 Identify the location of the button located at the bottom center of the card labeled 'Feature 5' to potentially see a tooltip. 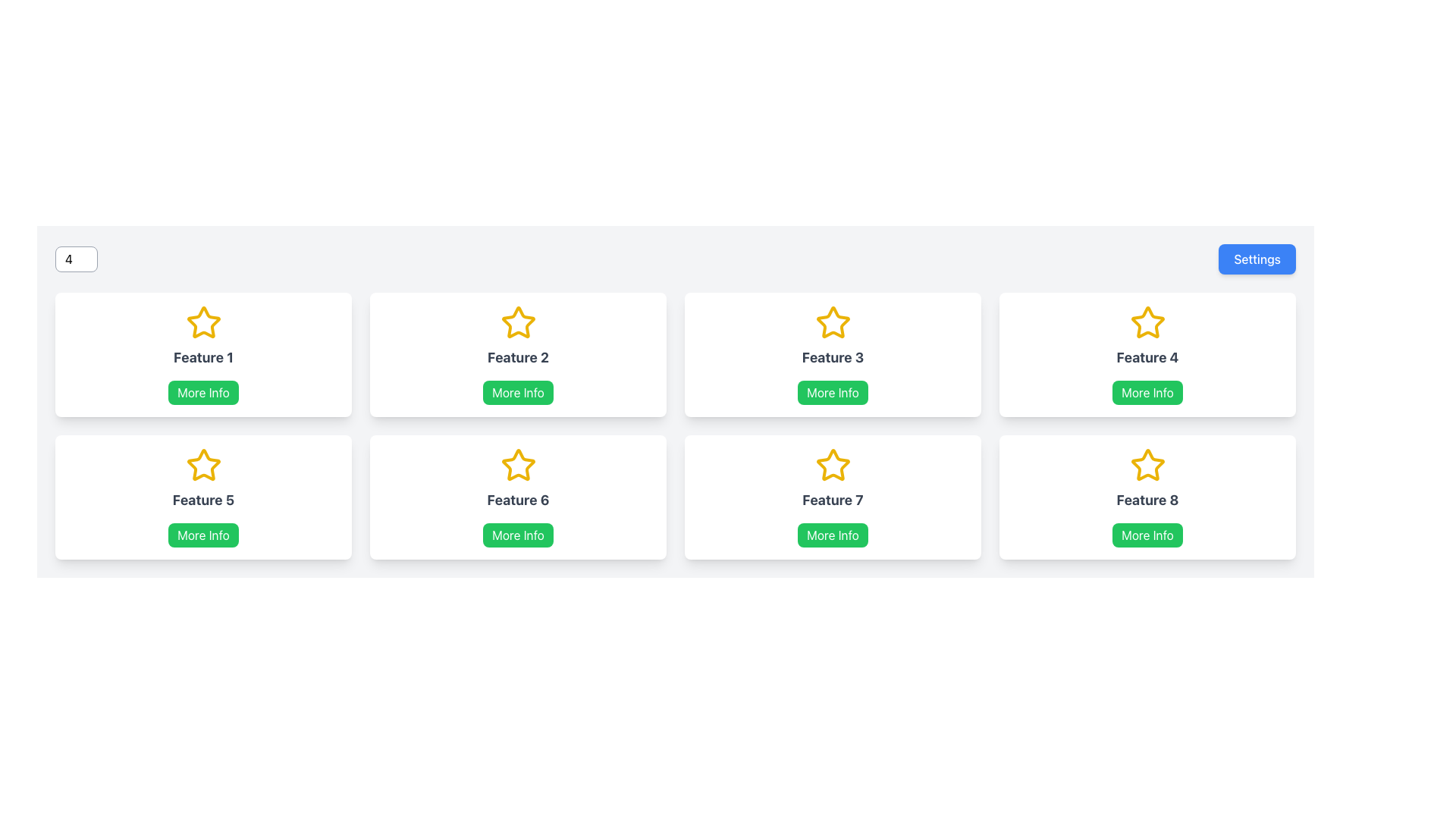
(202, 534).